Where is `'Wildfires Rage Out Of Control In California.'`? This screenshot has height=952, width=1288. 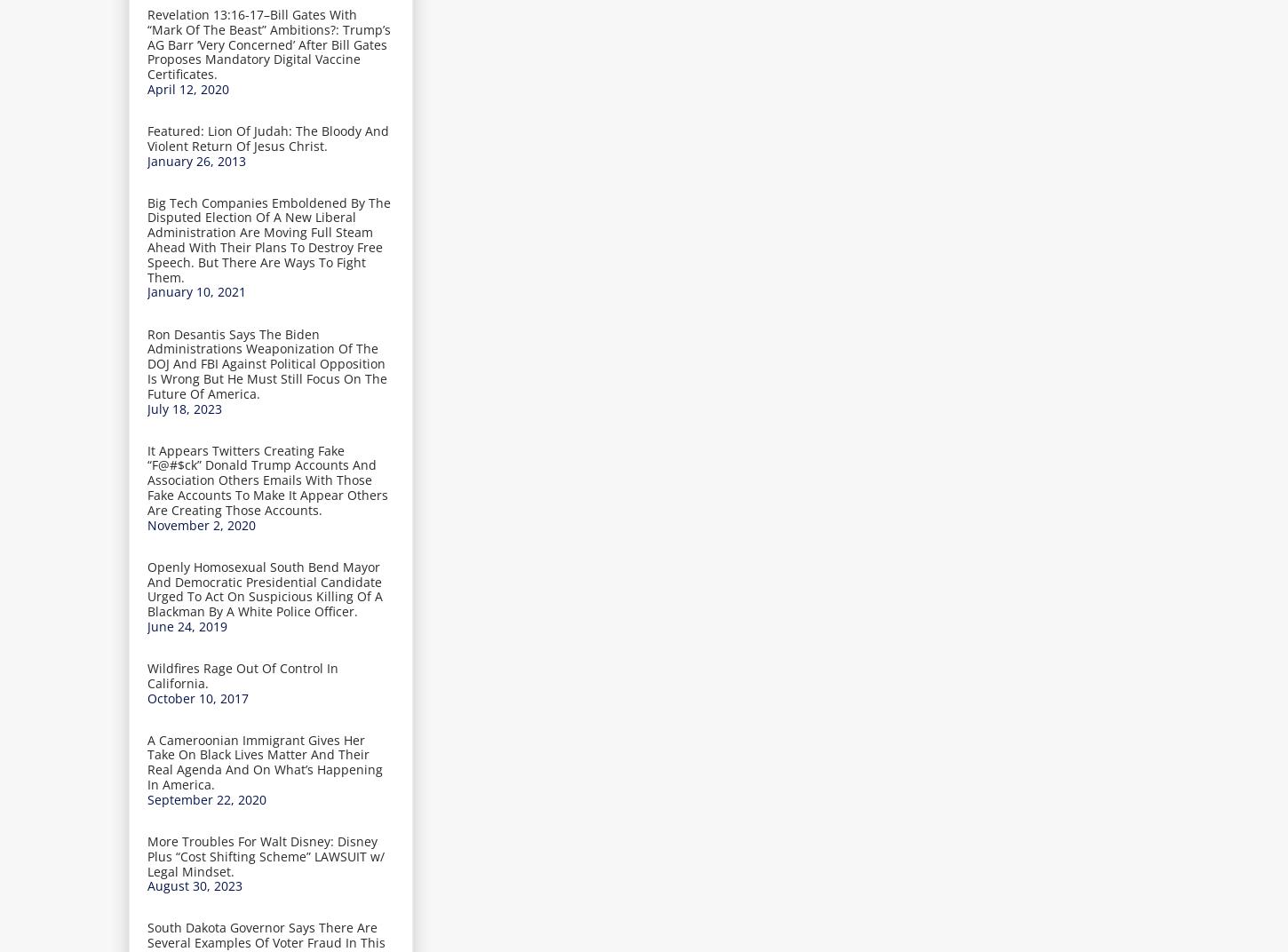
'Wildfires Rage Out Of Control In California.' is located at coordinates (147, 675).